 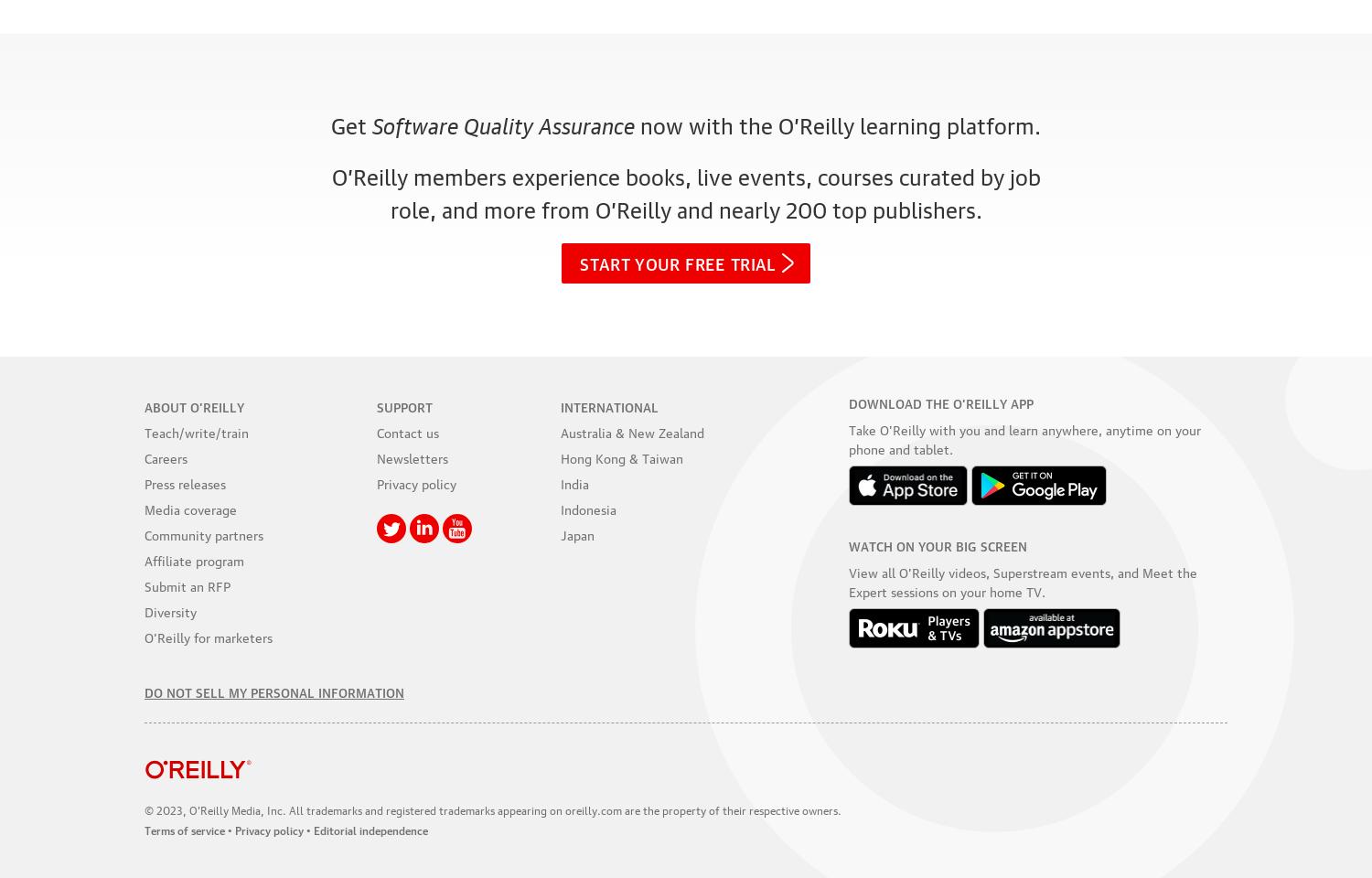 I want to click on 'O’Reilly members experience books, live events, courses curated by job role, and more from O’Reilly and', so click(x=684, y=192).